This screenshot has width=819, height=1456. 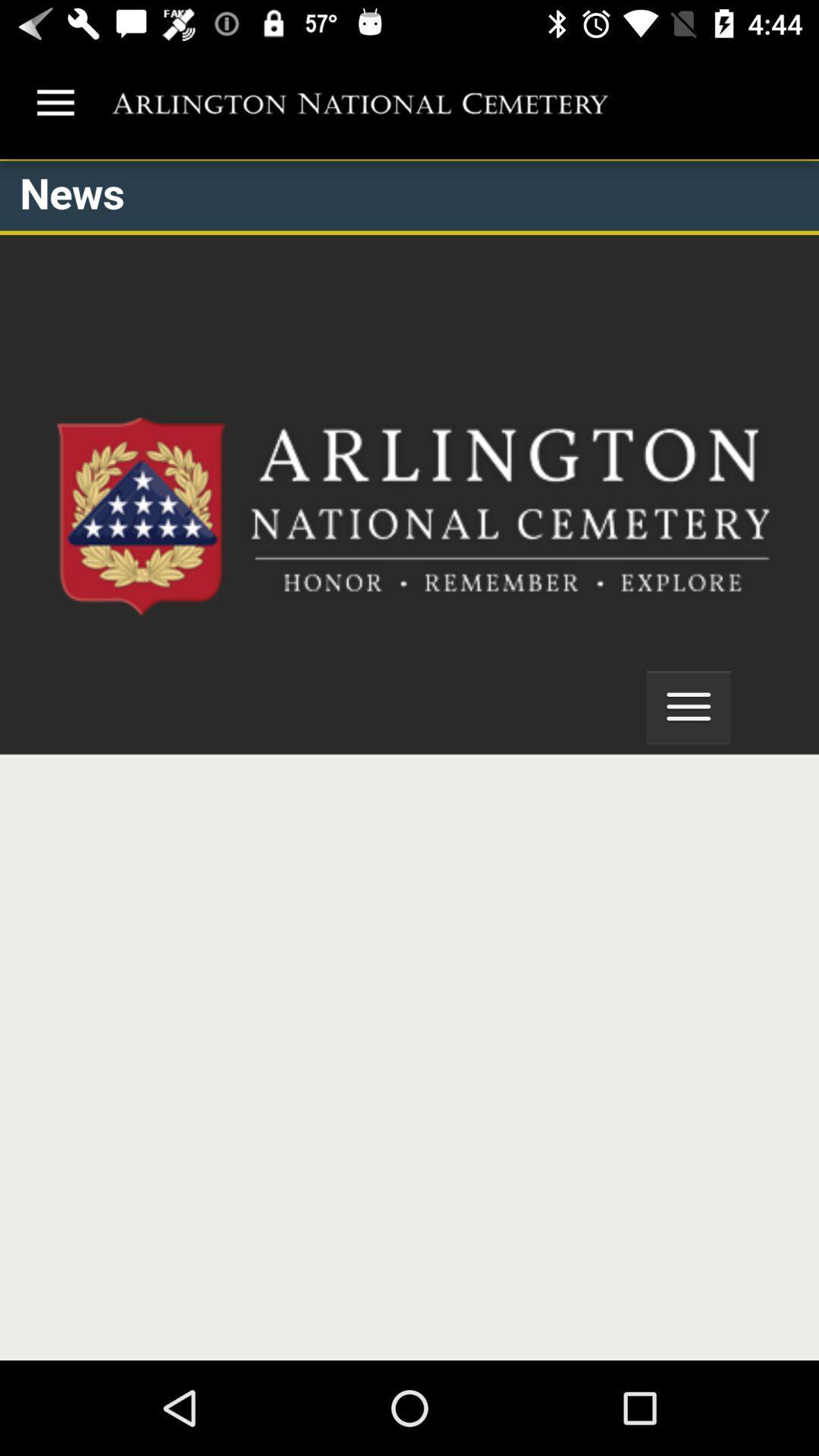 I want to click on arlington national cemetery mobile site, so click(x=409, y=760).